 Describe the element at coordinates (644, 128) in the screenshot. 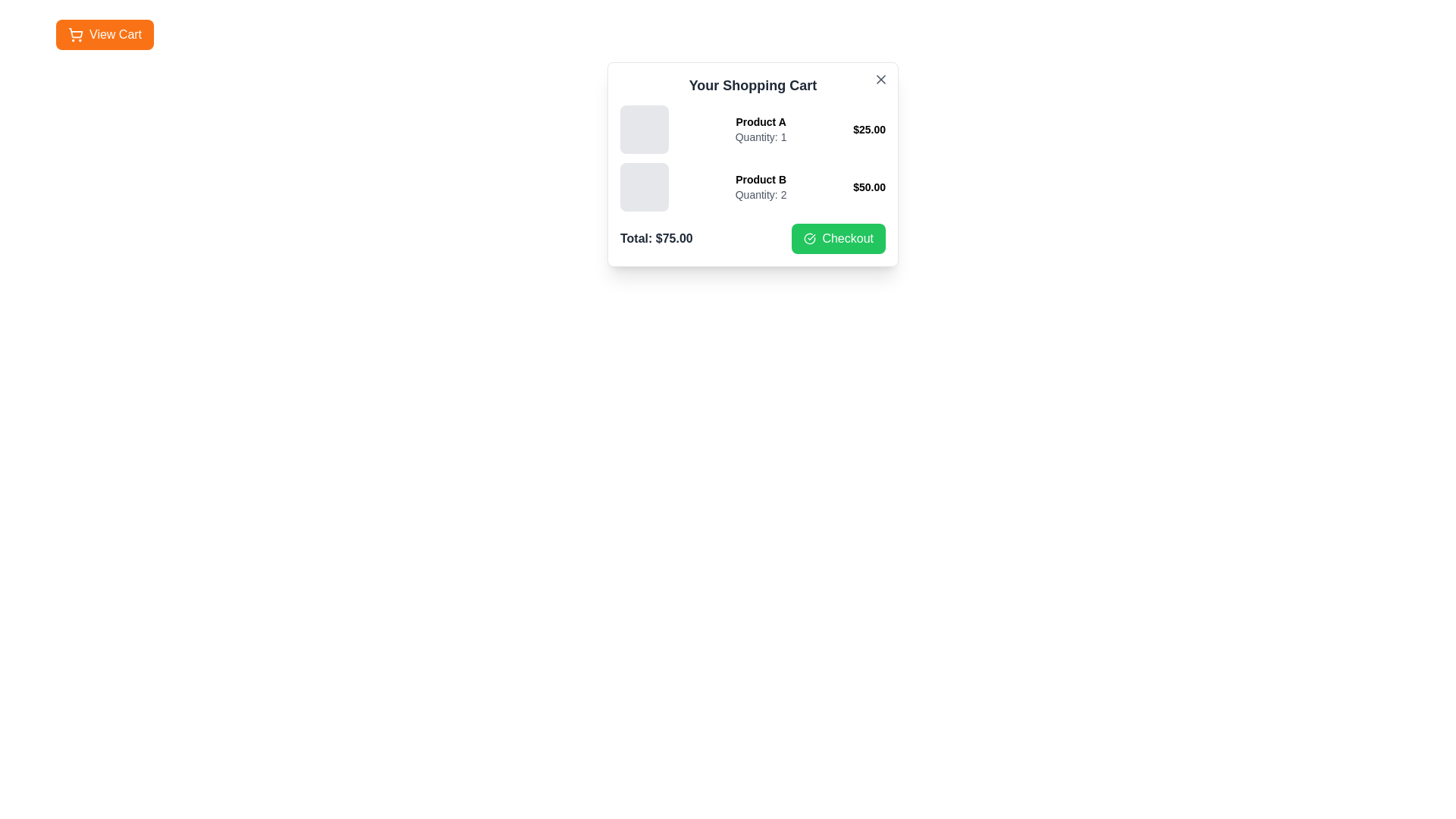

I see `the gray square Thumbnail placeholder with rounded corners, positioned to the left of 'Product A' in the shopping cart interface` at that location.